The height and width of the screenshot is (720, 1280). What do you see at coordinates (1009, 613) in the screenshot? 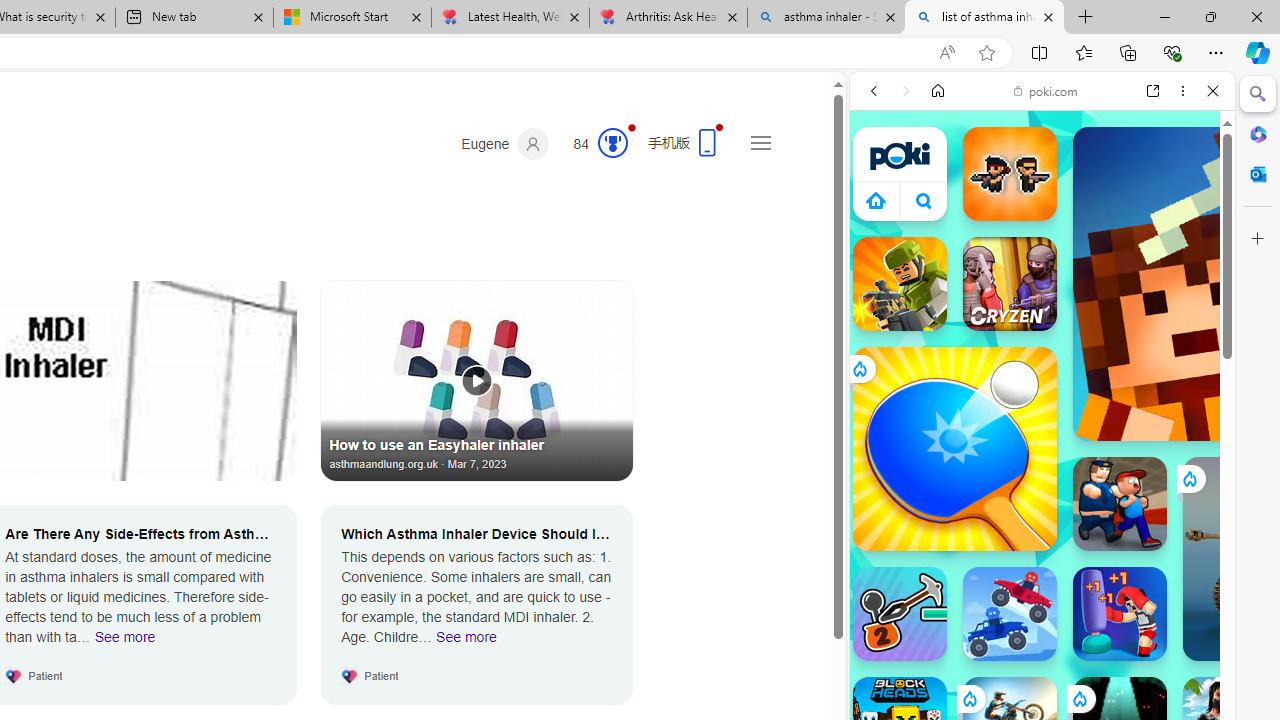
I see `'Battle Wheels'` at bounding box center [1009, 613].